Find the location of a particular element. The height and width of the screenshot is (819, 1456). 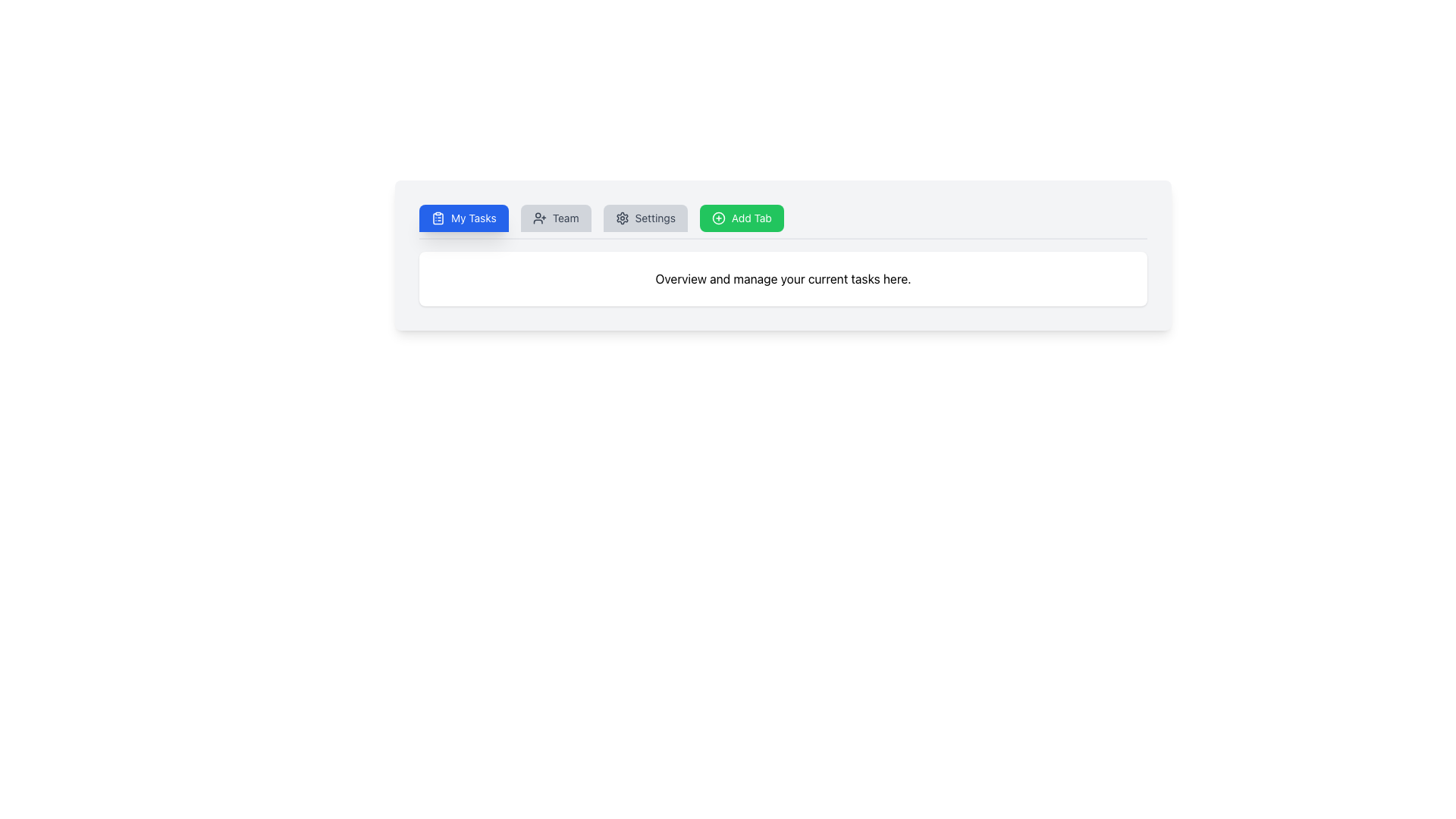

the user addition icon located within the 'Team' button, the second button from the left in the navigation bar is located at coordinates (539, 218).